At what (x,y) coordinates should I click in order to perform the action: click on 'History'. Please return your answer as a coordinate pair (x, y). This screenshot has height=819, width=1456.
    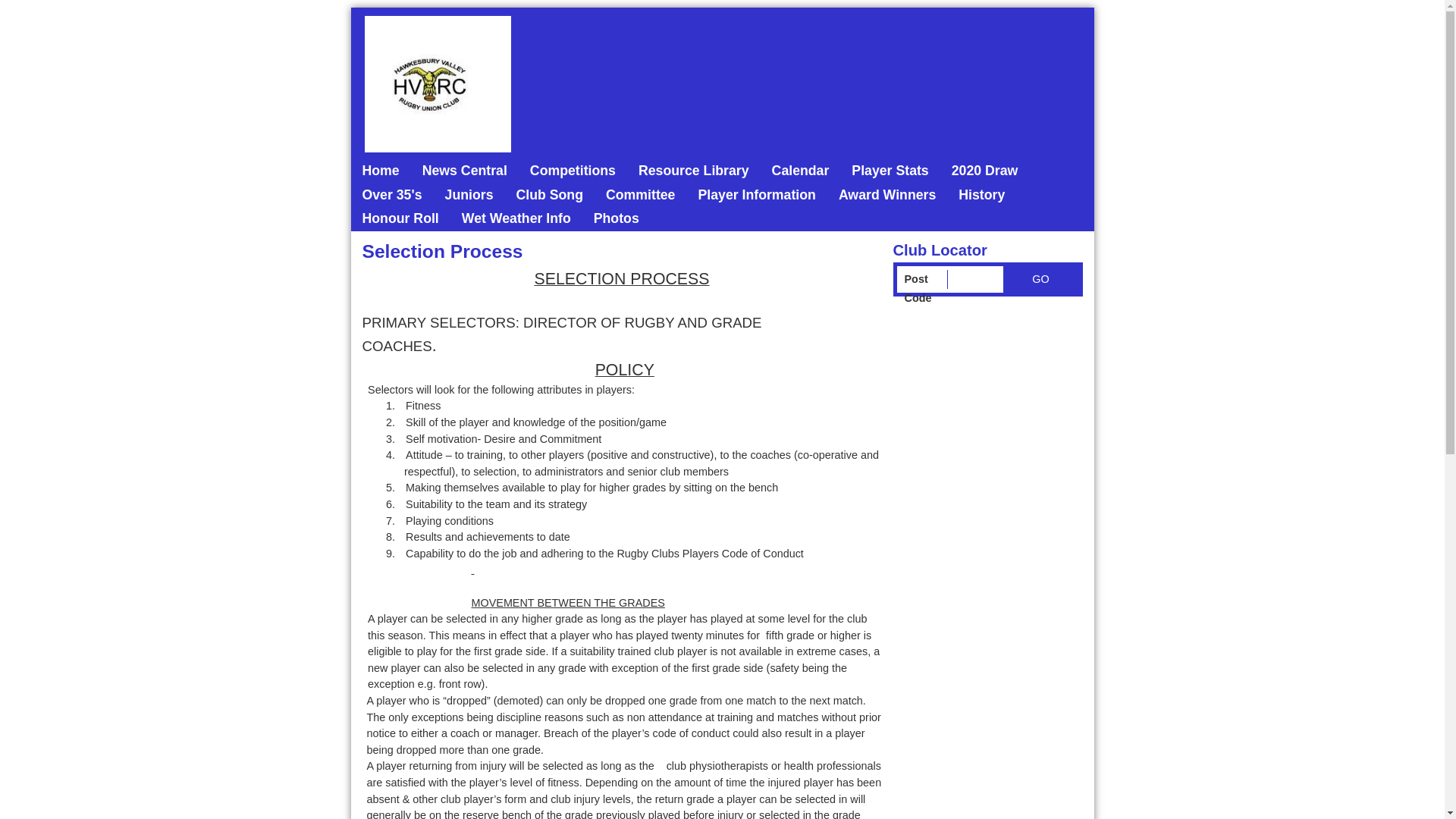
    Looking at the image, I should click on (981, 195).